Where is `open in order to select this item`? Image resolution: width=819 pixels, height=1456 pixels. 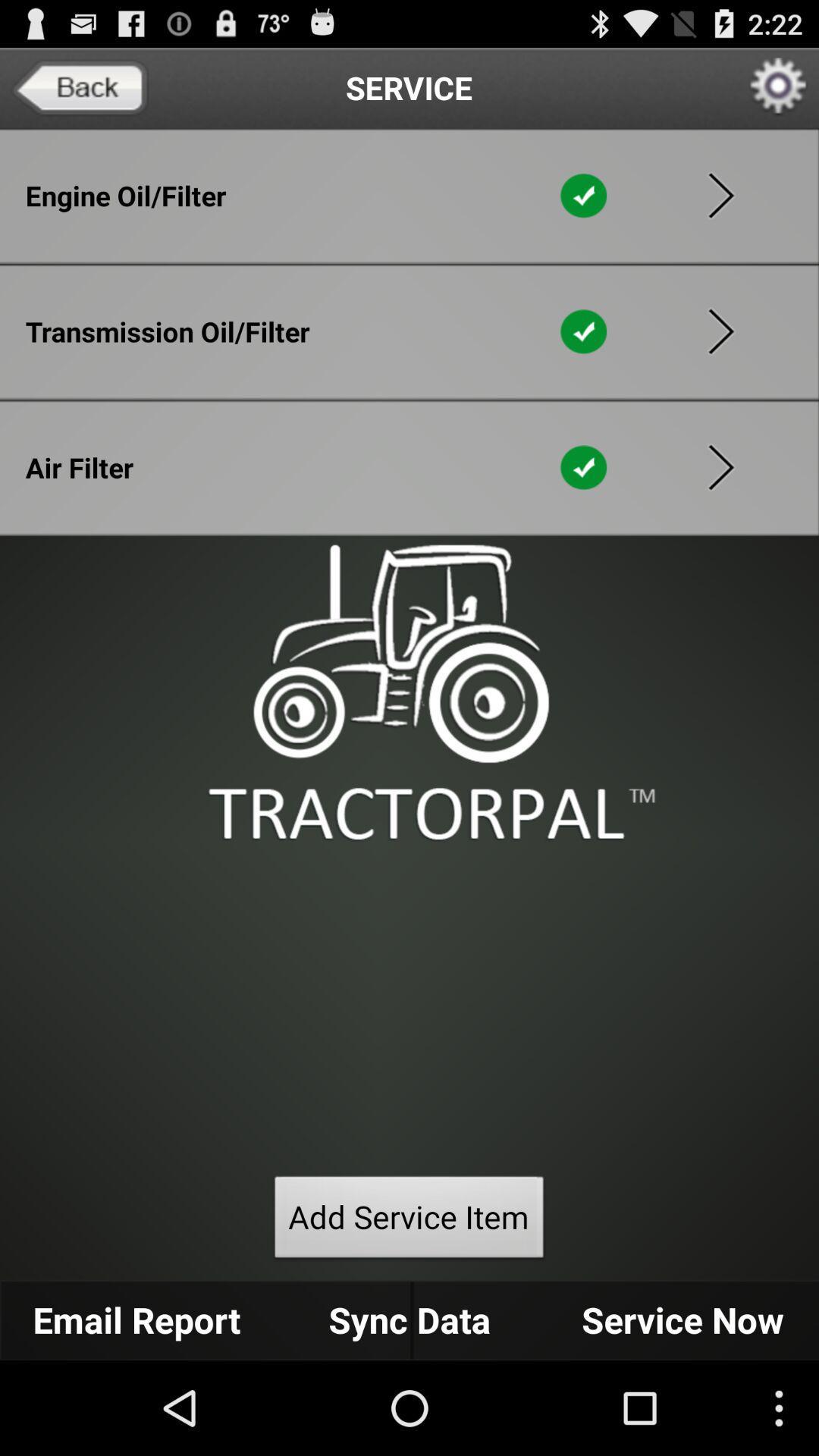
open in order to select this item is located at coordinates (720, 195).